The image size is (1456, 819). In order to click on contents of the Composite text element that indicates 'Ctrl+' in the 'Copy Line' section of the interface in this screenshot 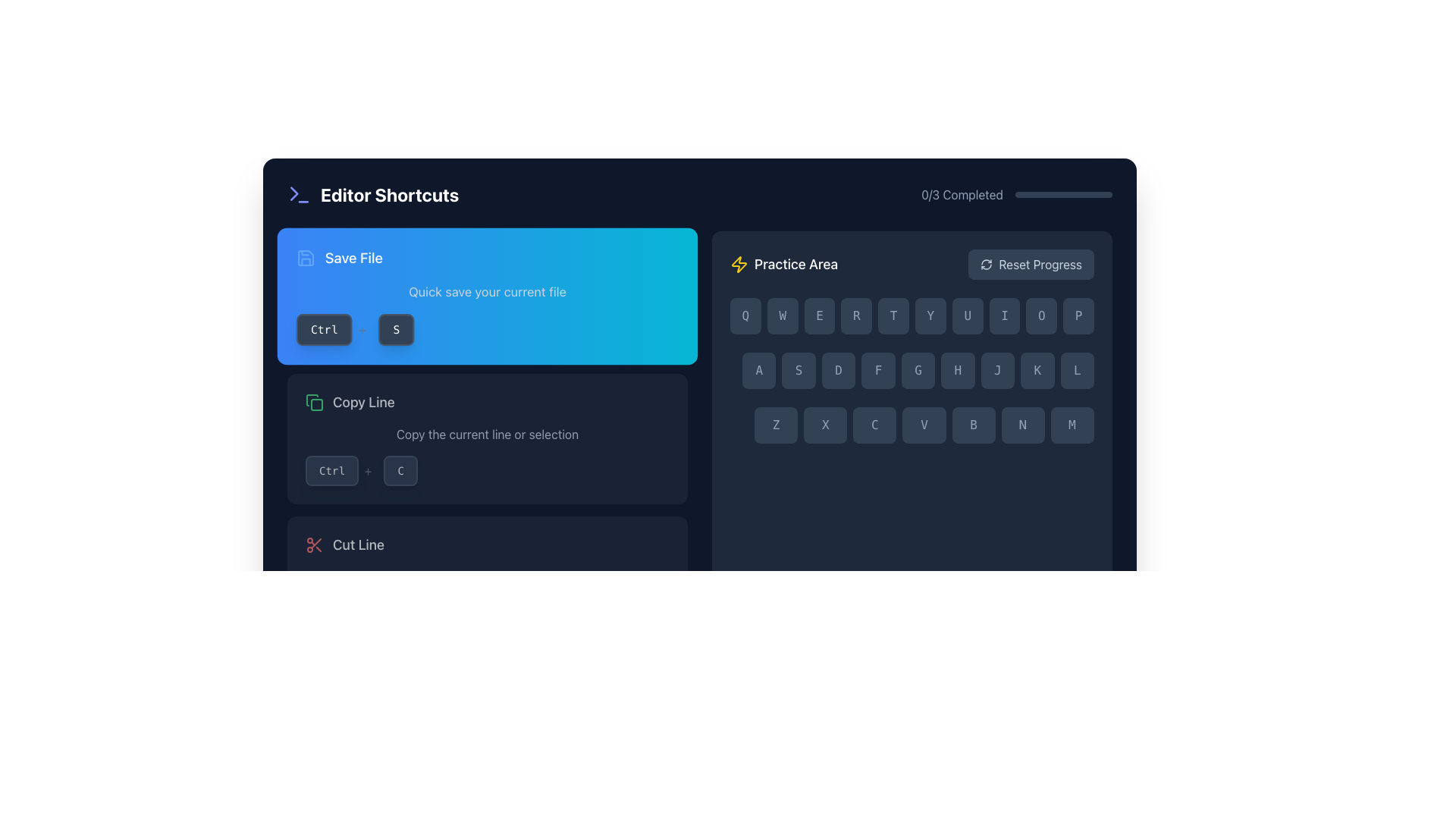, I will do `click(340, 470)`.